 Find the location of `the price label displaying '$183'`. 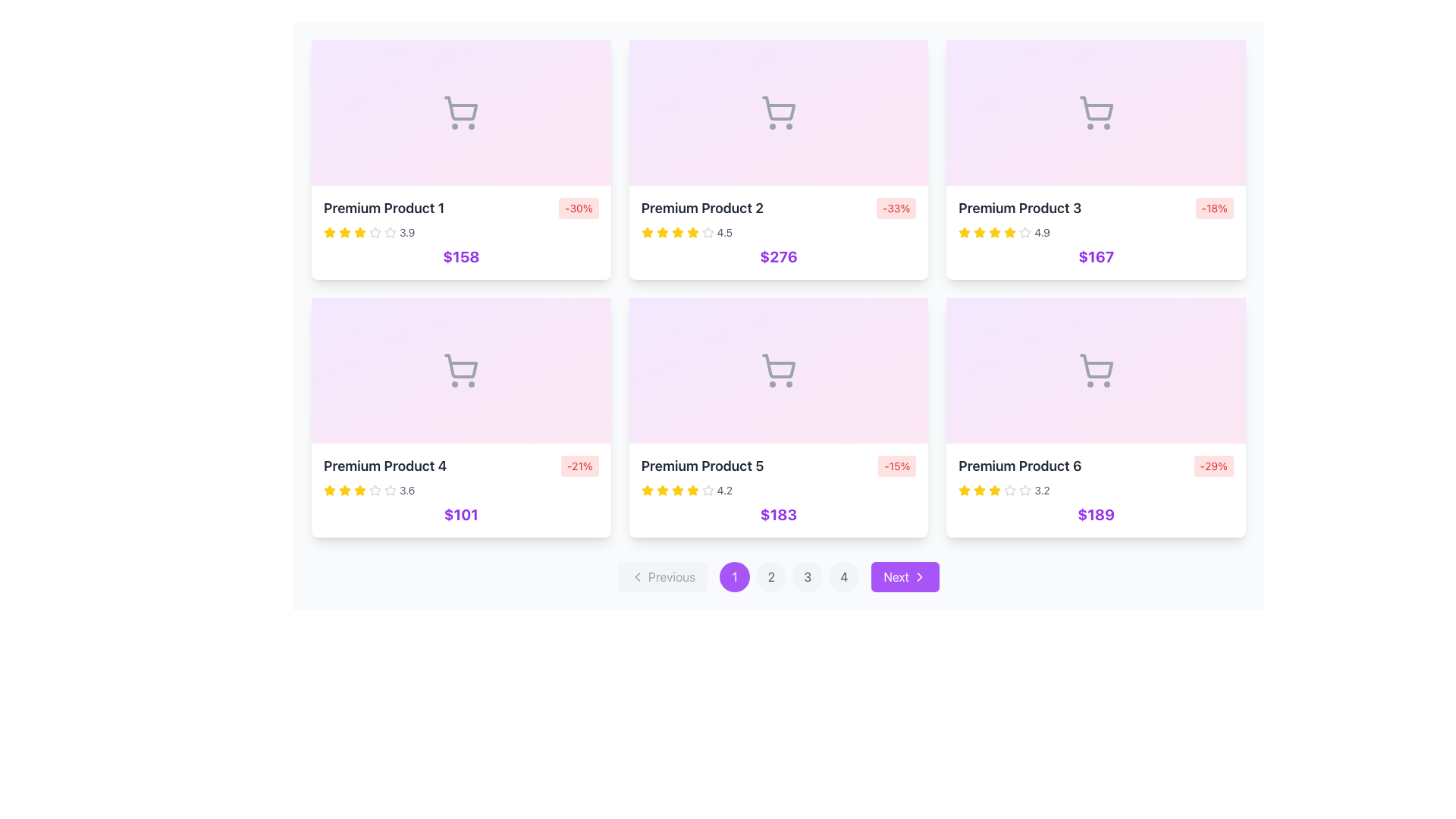

the price label displaying '$183' is located at coordinates (779, 513).